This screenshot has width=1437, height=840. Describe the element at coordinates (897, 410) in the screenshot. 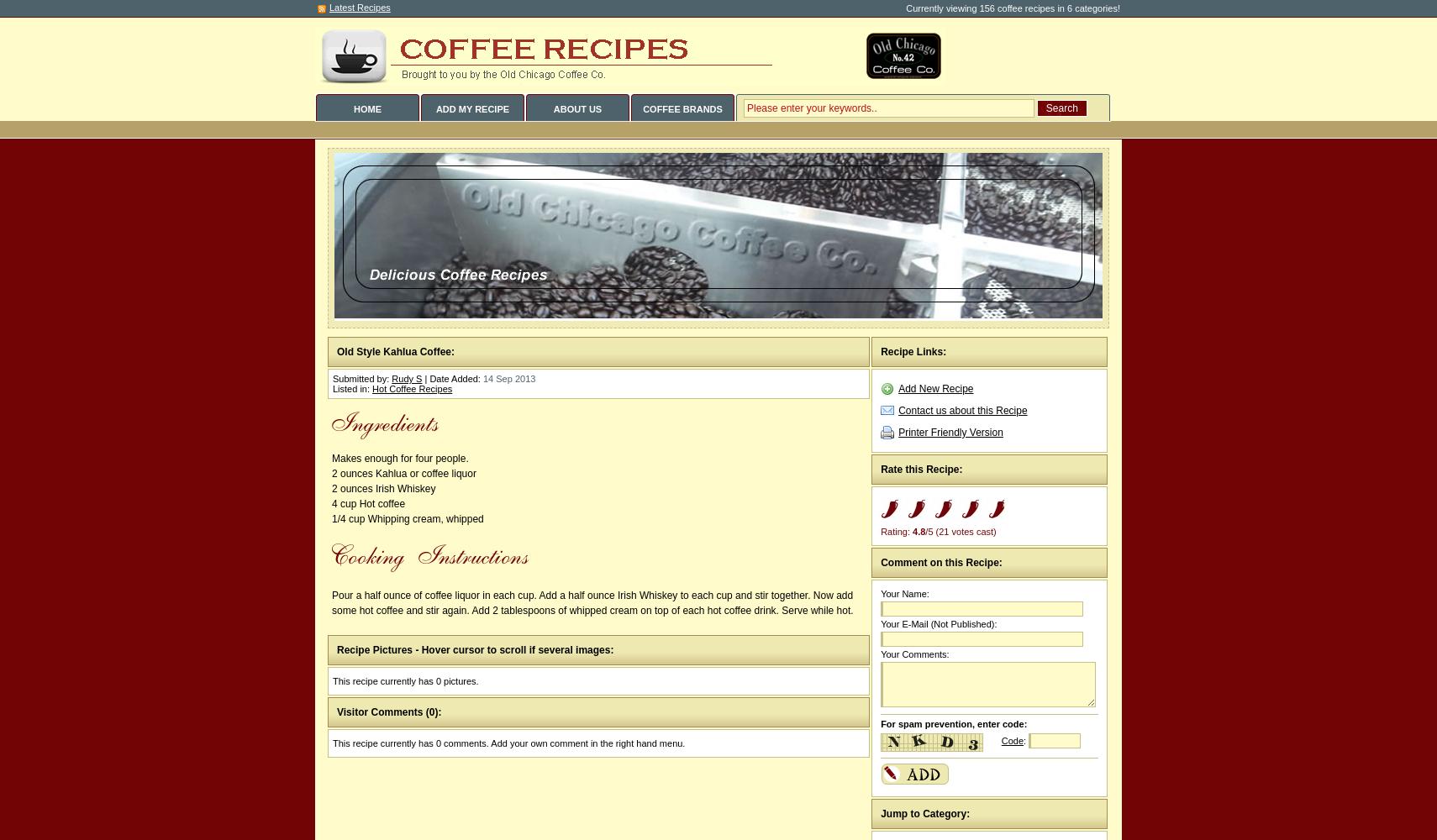

I see `'Contact us about this Recipe'` at that location.